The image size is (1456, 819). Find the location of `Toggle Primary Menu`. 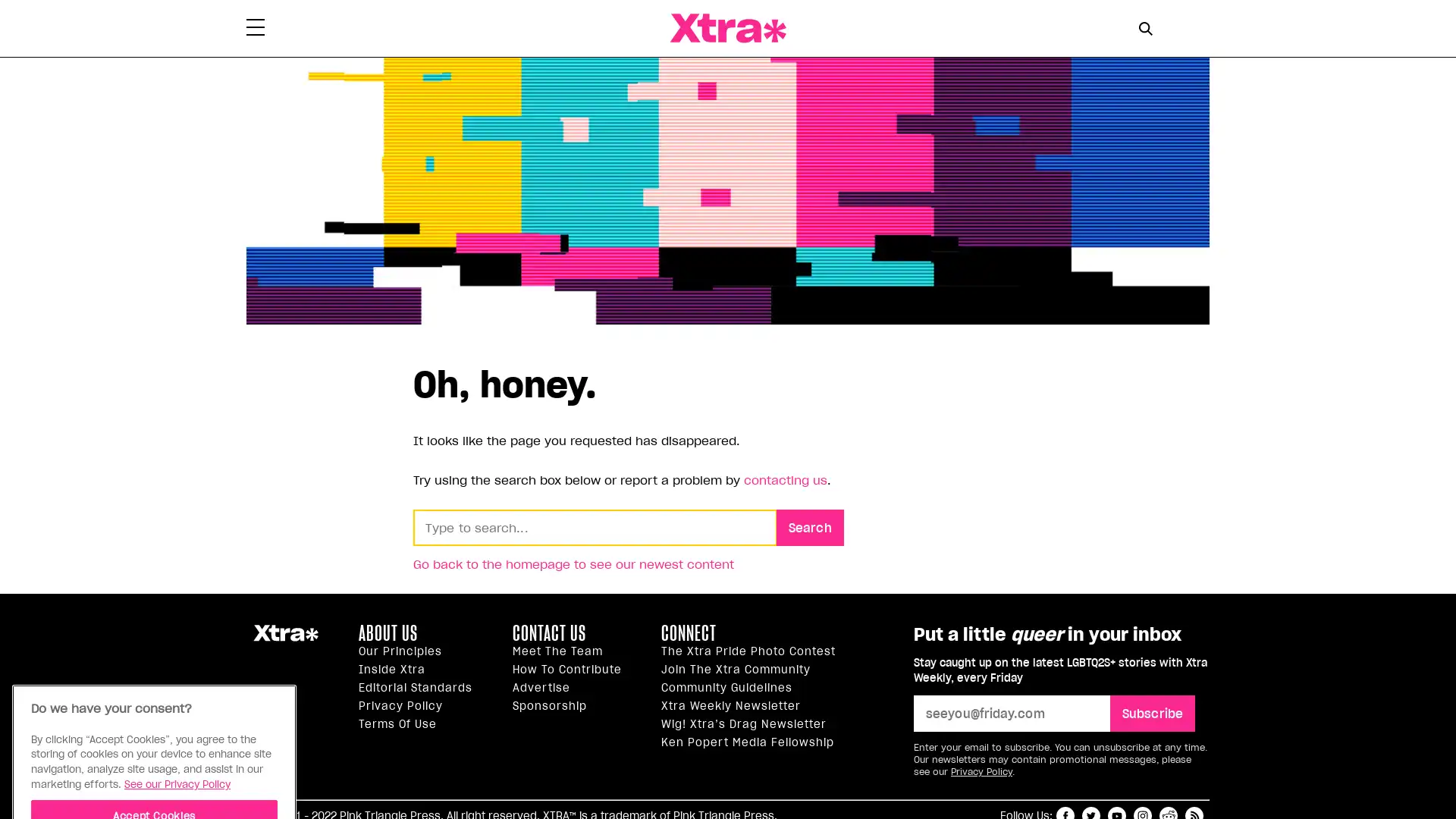

Toggle Primary Menu is located at coordinates (255, 29).